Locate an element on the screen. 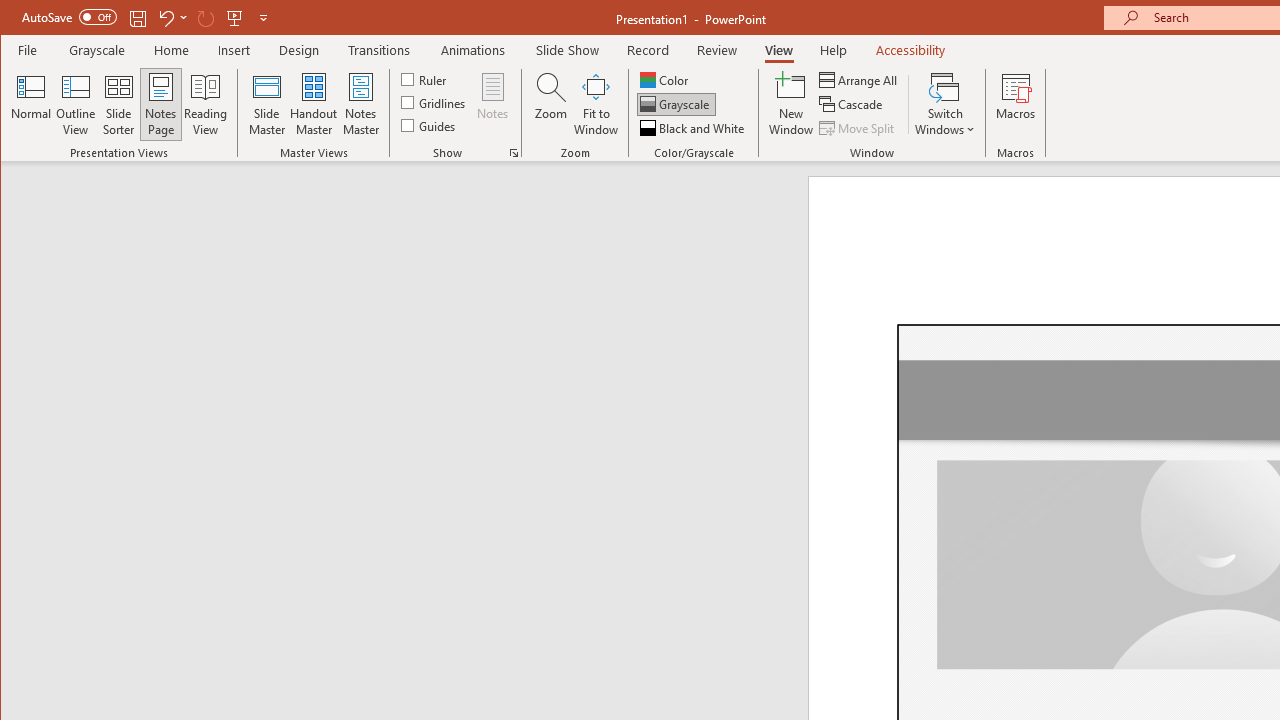  'New Window' is located at coordinates (790, 104).